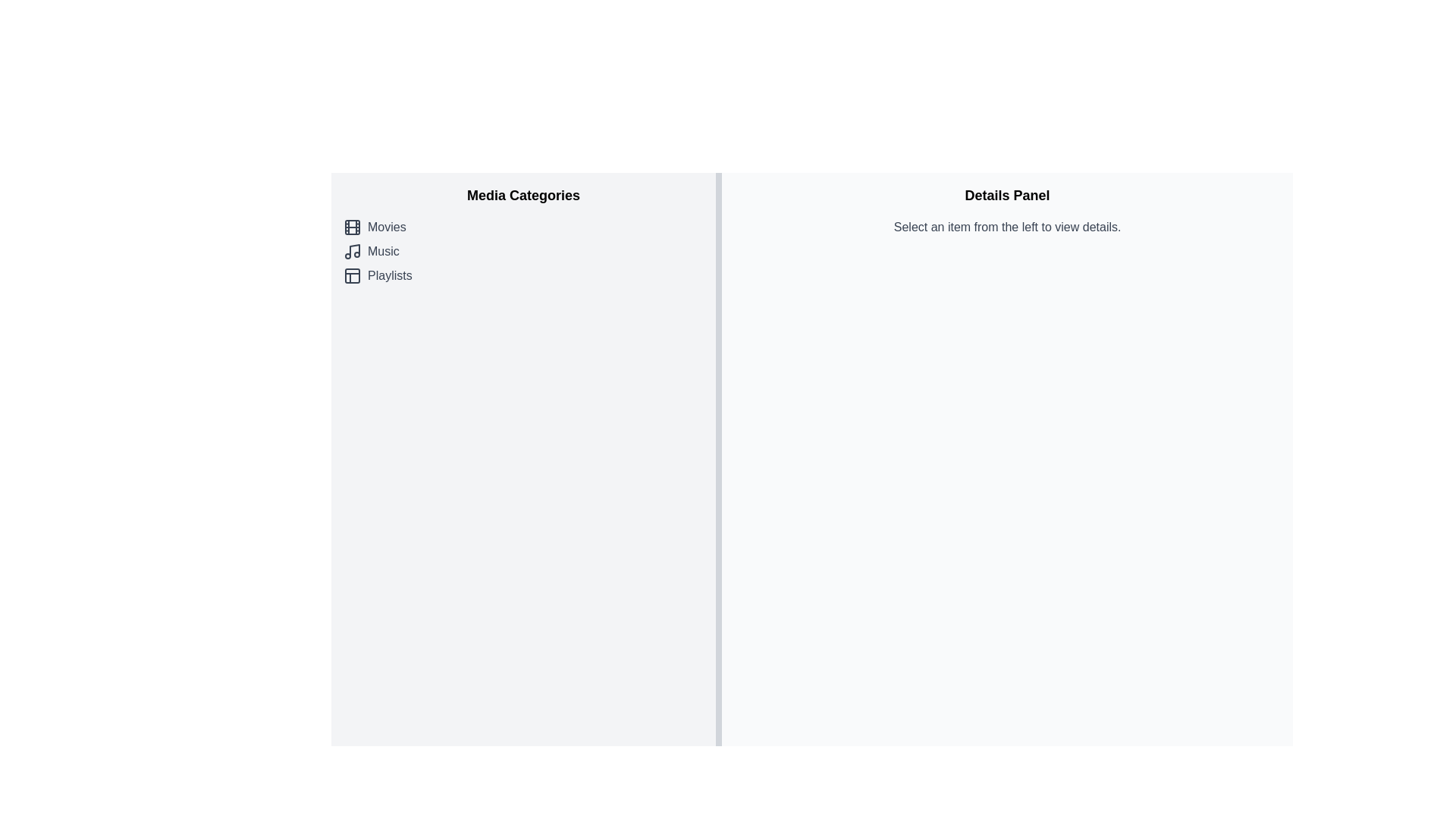  Describe the element at coordinates (523, 195) in the screenshot. I see `the Static text header located at the top of the left panel, which indicates the context for the section containing 'Movies', 'Music', and 'Playlists'` at that location.